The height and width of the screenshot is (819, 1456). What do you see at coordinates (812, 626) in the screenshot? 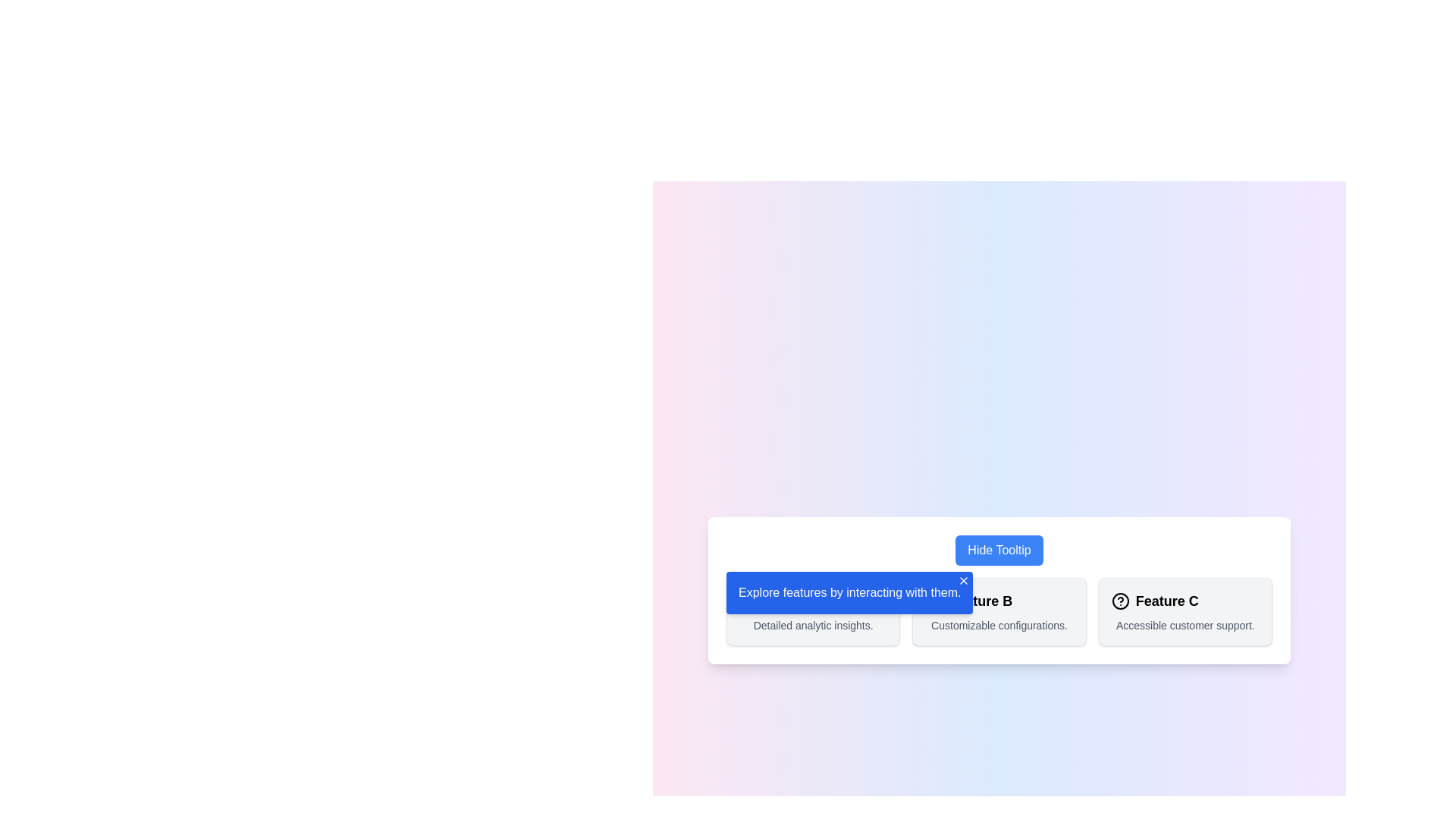
I see `supplementary text component located beneath the 'Feature A' title, which provides additional information about the feature` at bounding box center [812, 626].